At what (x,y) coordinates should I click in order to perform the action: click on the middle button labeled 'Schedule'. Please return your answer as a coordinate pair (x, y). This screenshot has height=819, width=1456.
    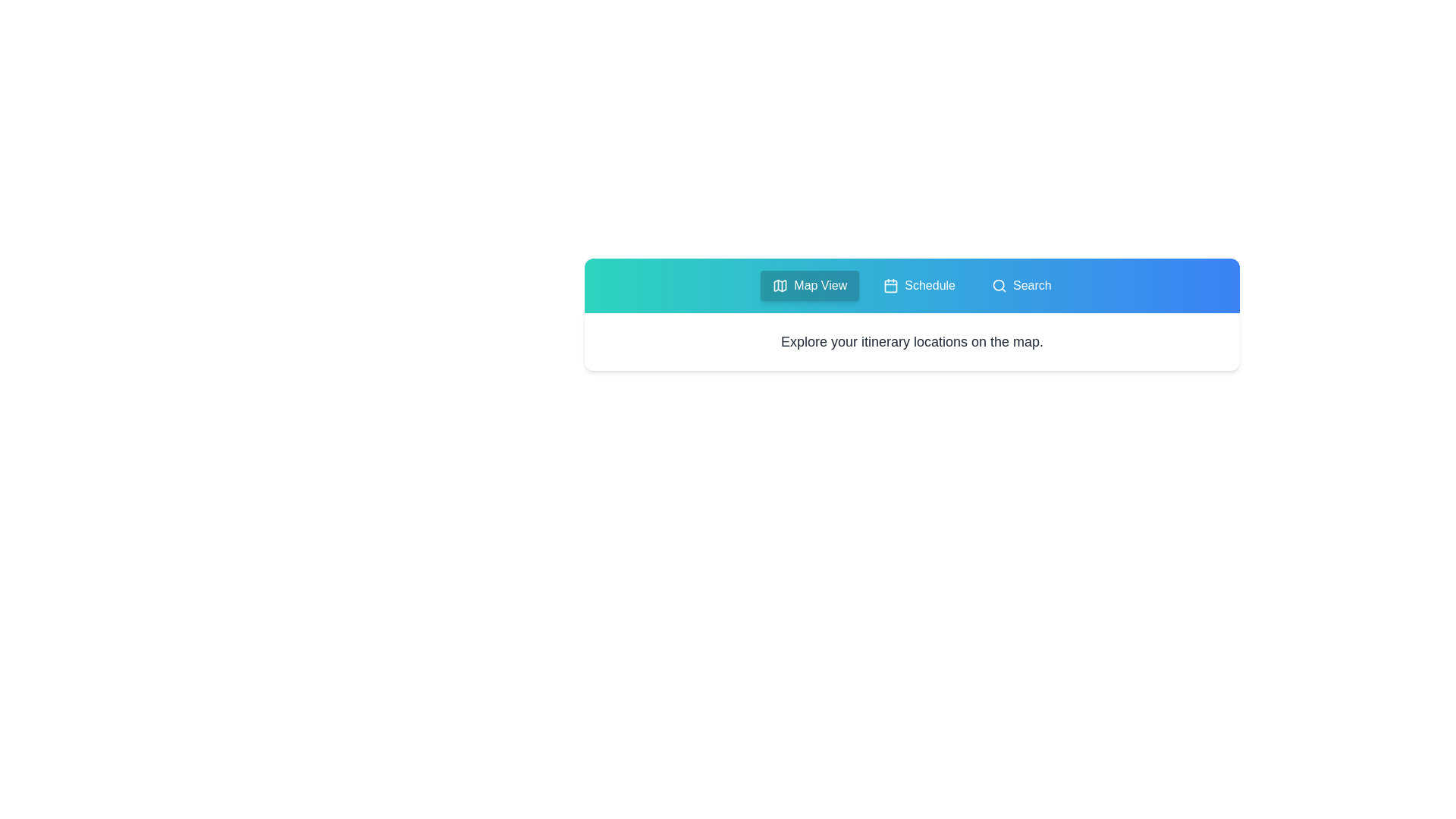
    Looking at the image, I should click on (918, 286).